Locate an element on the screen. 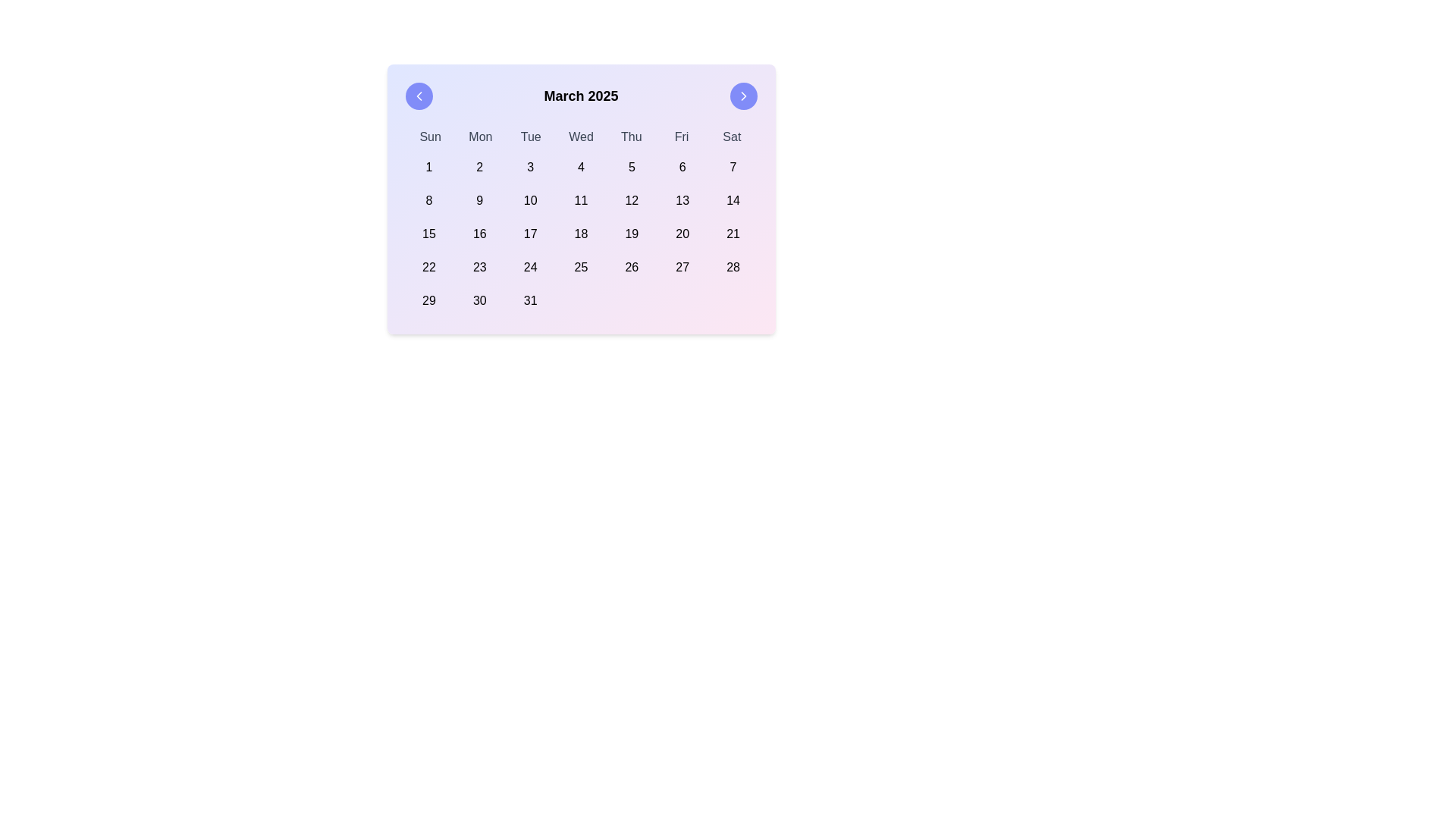 The width and height of the screenshot is (1456, 819). the button representing the date '8' is located at coordinates (428, 200).